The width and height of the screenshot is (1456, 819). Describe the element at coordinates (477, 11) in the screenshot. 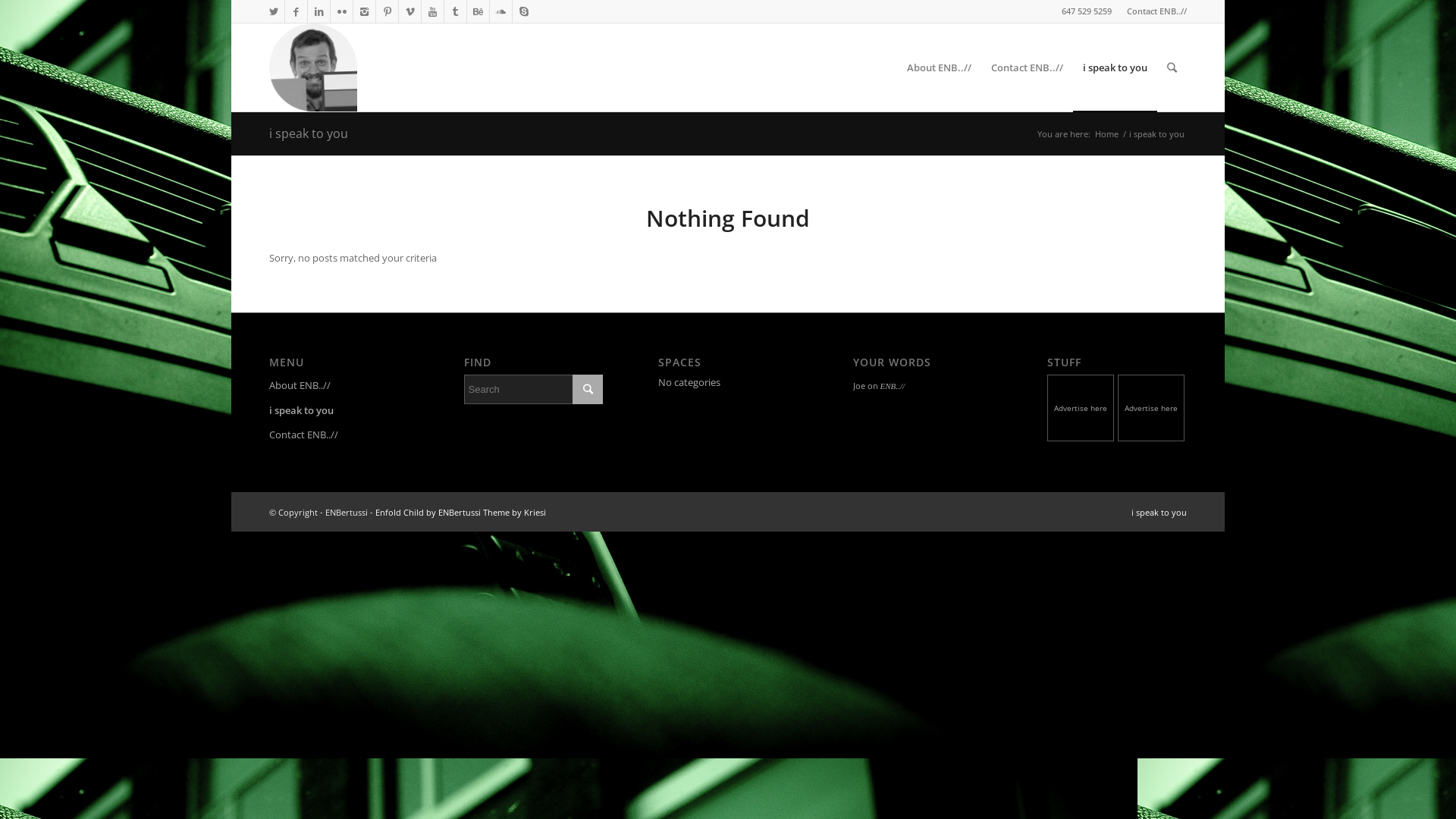

I see `'Behance'` at that location.